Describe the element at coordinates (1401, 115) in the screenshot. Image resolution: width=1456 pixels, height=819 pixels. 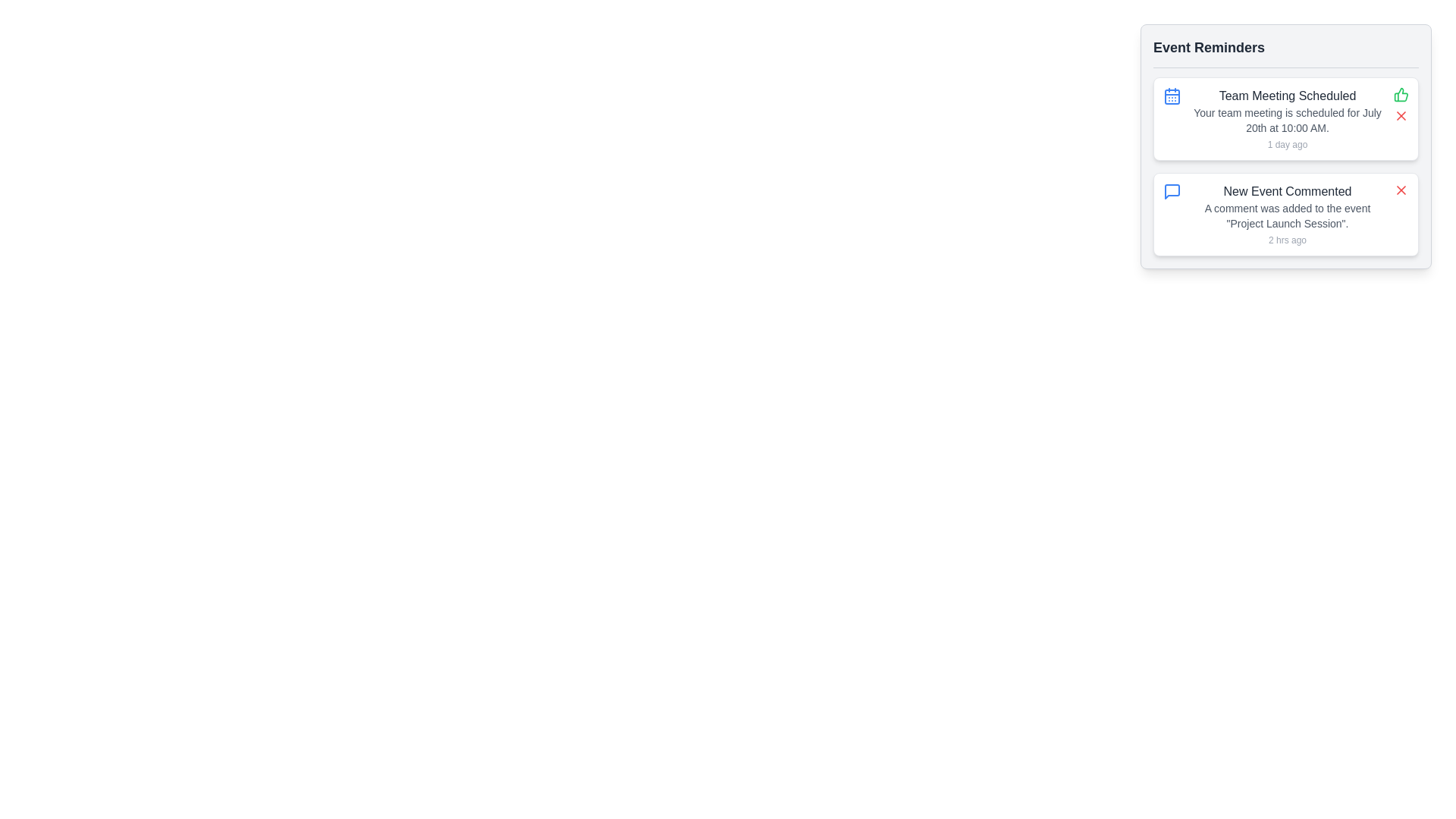
I see `the red 'X' icon button on the second notification card in the 'Event Reminders' section` at that location.